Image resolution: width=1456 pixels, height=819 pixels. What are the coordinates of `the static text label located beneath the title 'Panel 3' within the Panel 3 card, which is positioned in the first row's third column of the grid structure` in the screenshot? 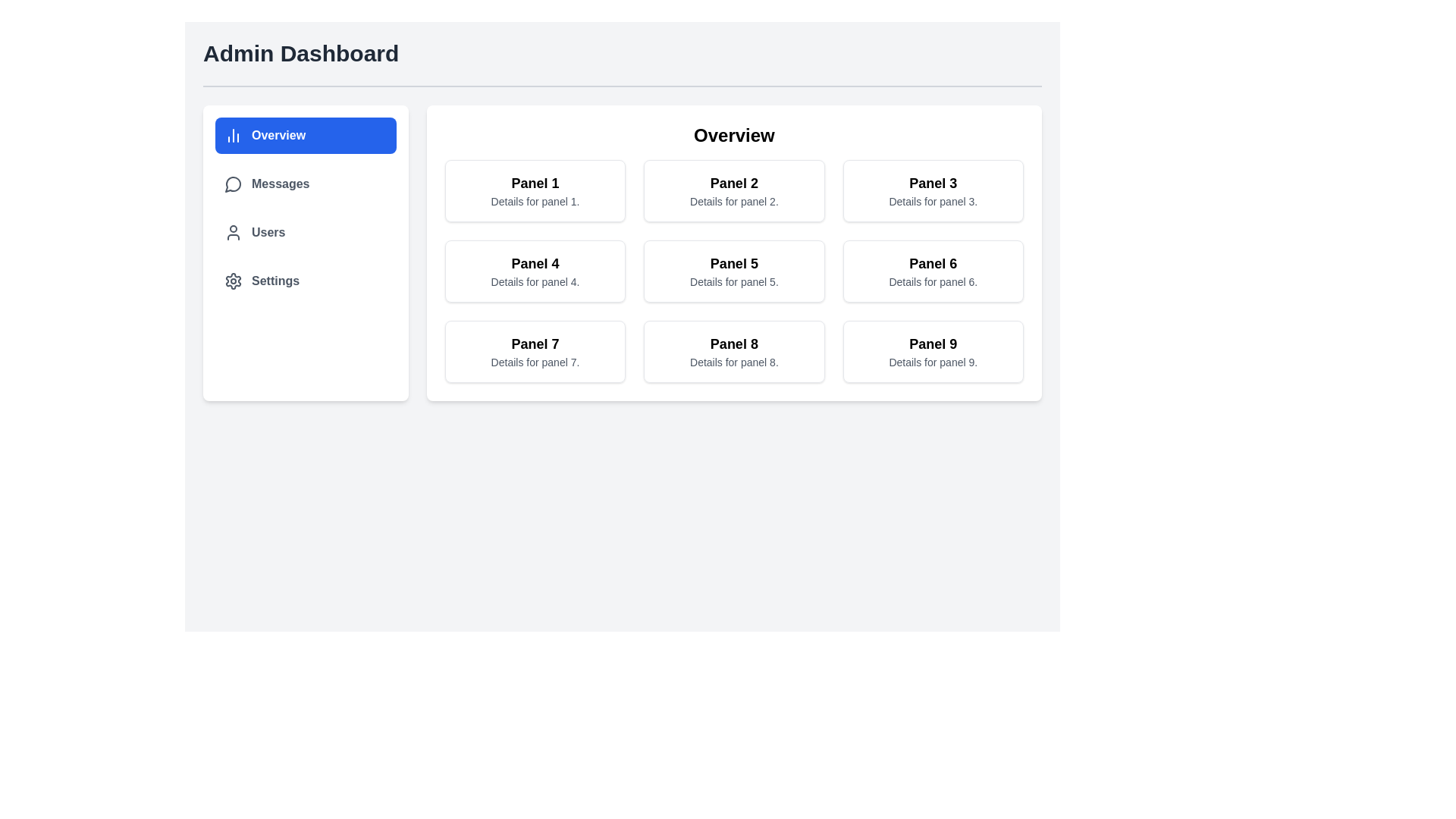 It's located at (932, 201).